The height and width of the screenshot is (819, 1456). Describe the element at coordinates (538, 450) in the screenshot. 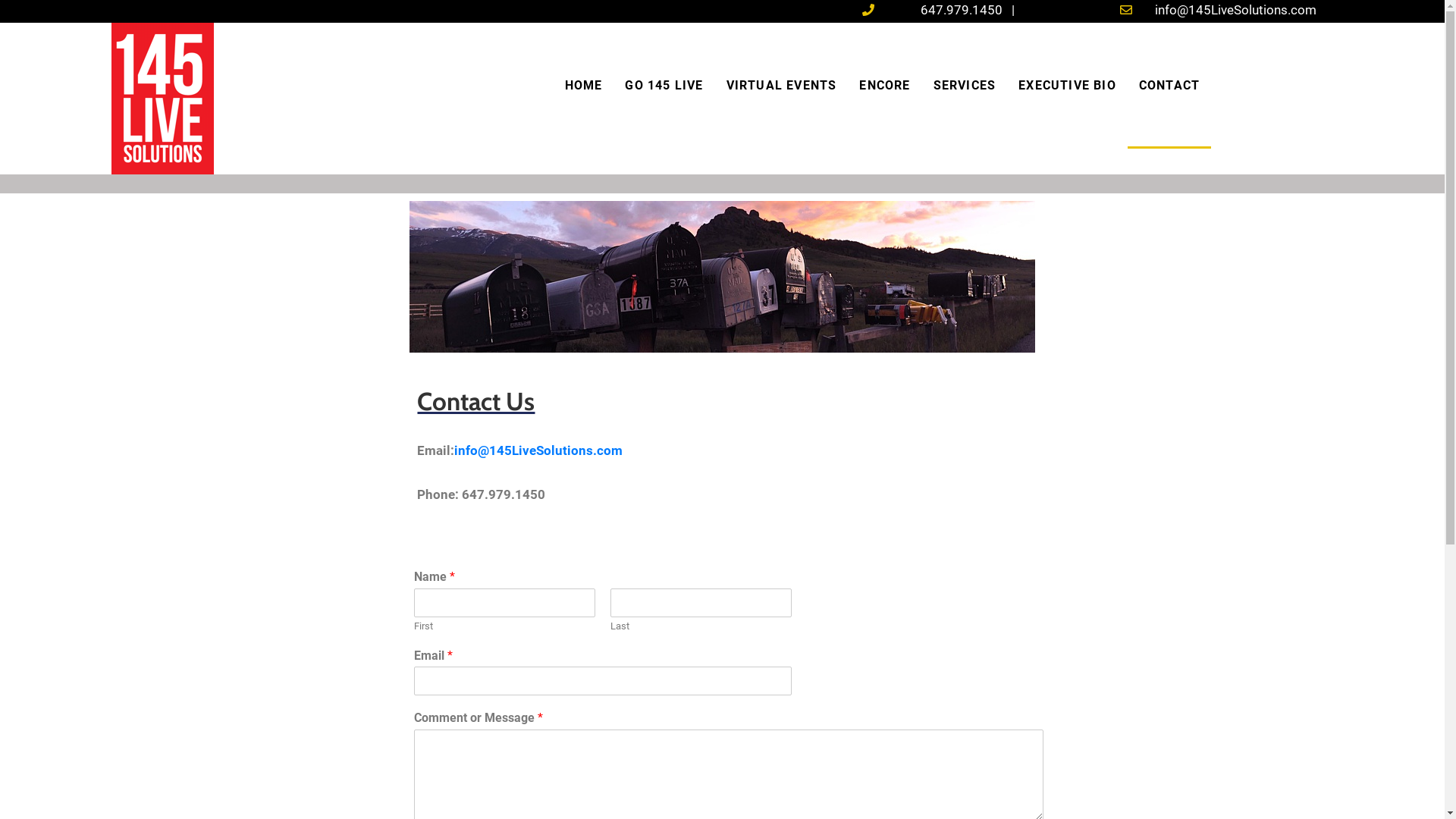

I see `'info@145LiveSolutions.com'` at that location.